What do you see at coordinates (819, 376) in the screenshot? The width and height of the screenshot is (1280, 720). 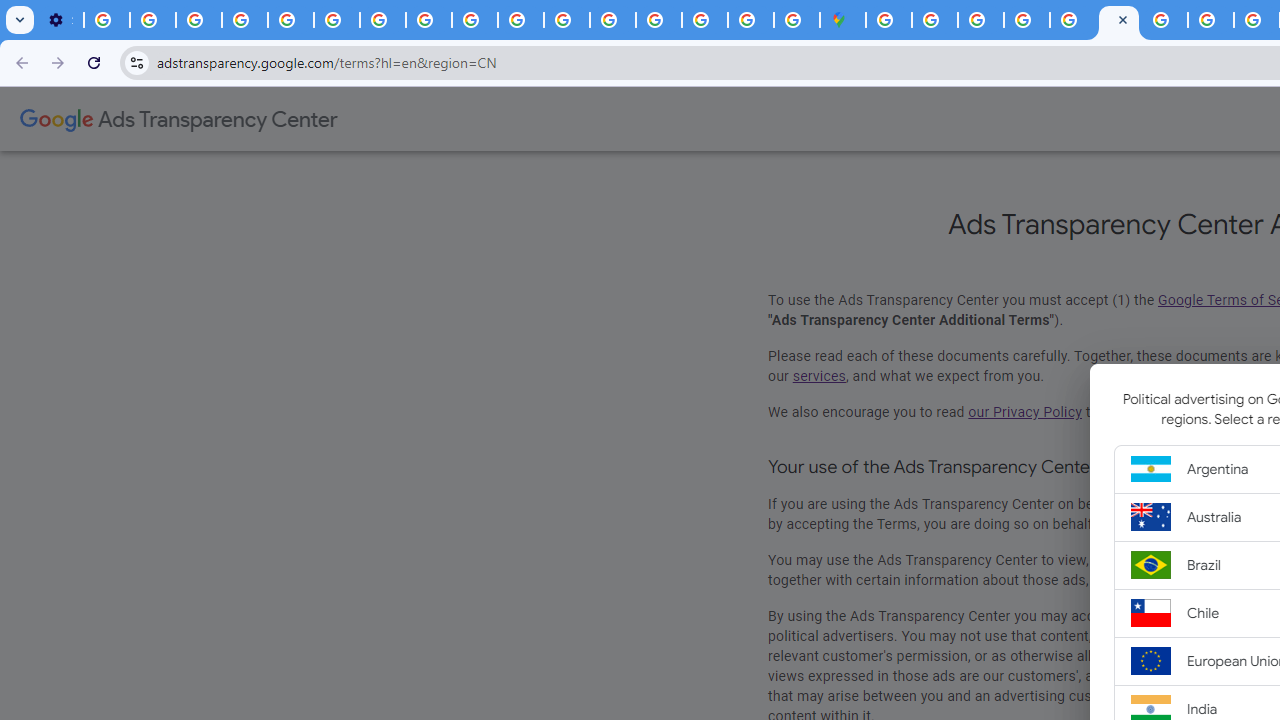 I see `'services'` at bounding box center [819, 376].